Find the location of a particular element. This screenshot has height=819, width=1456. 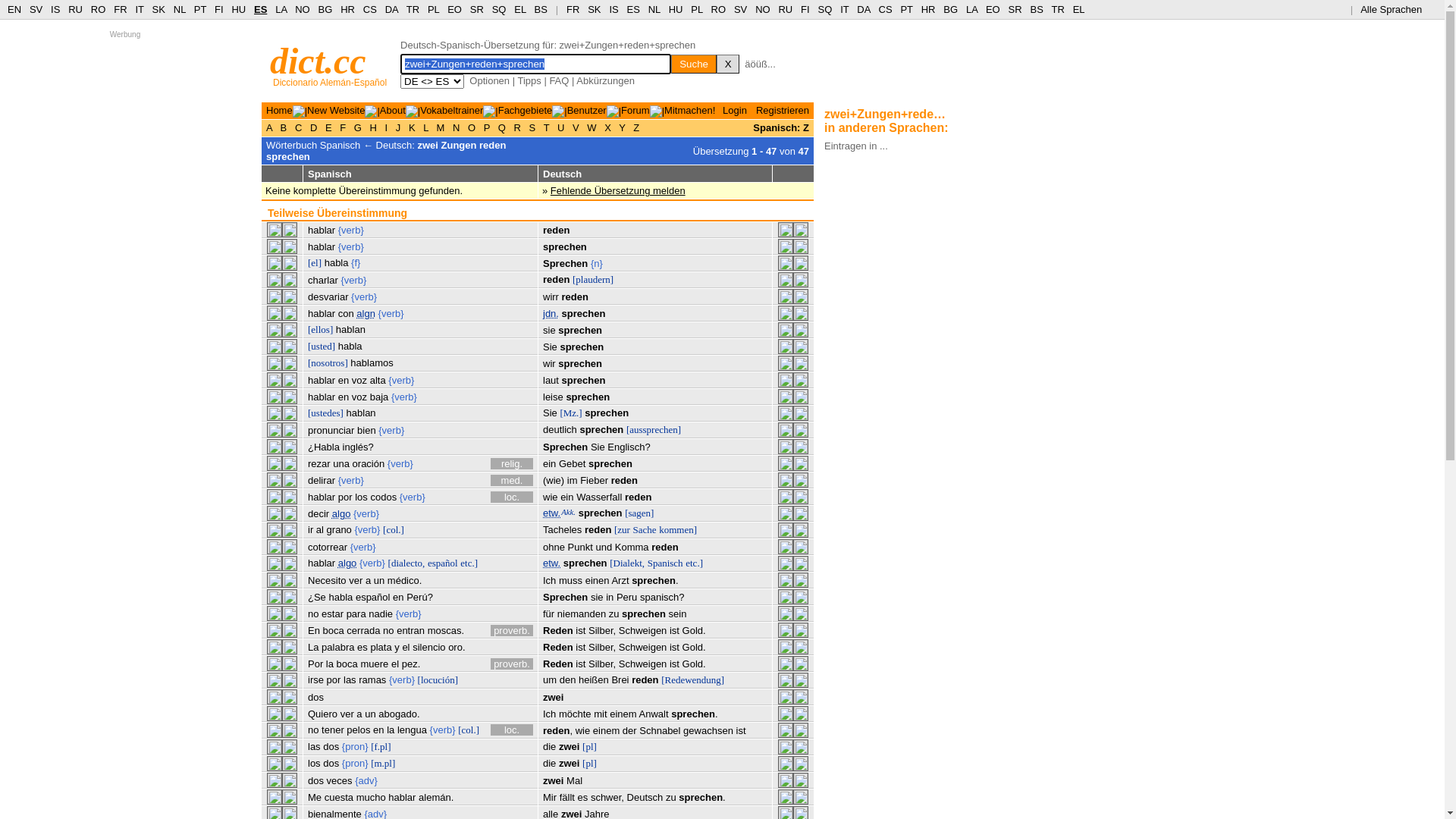

'zwei' is located at coordinates (568, 763).